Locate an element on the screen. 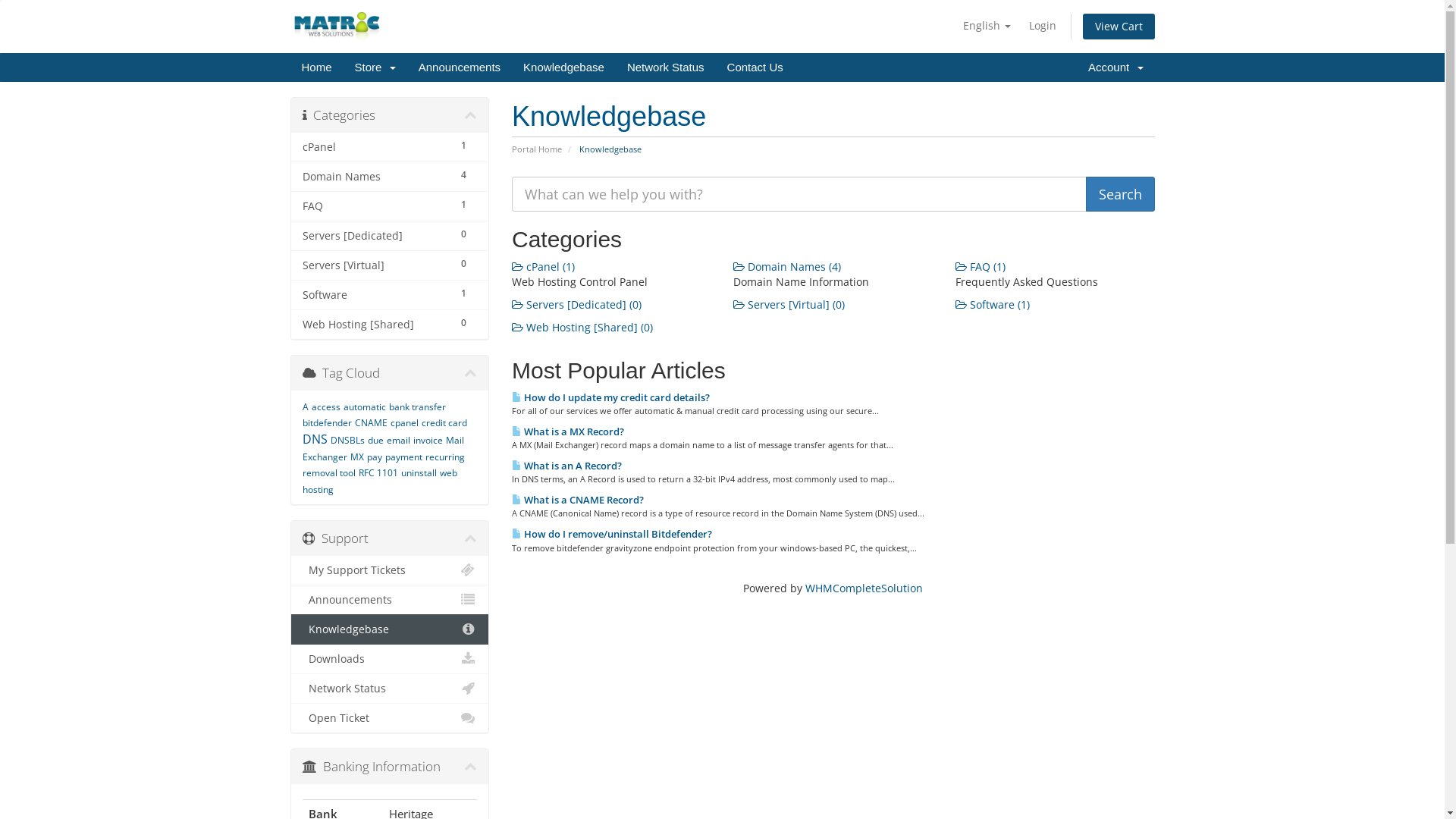  'automatic' is located at coordinates (341, 406).